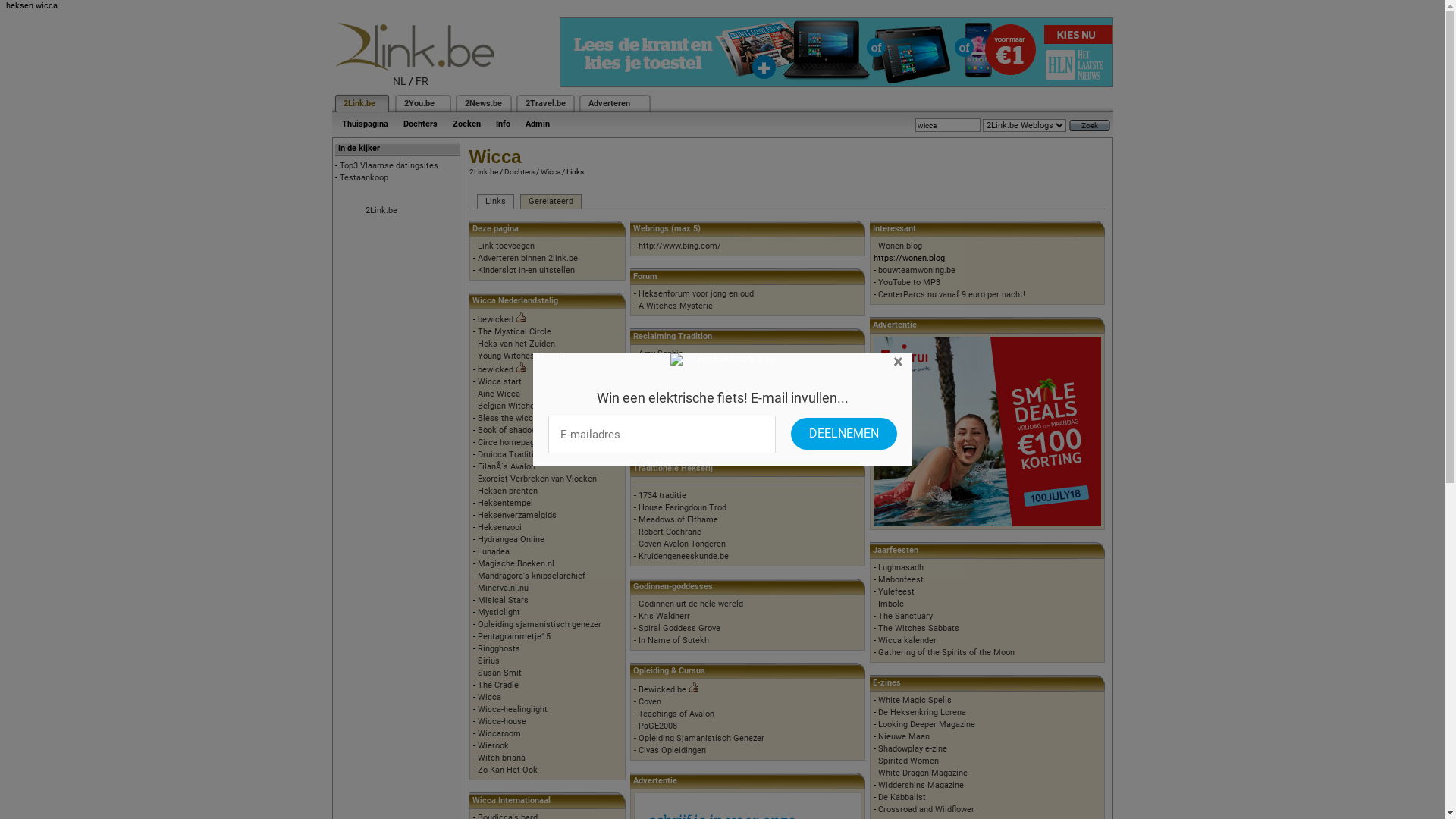 Image resolution: width=1456 pixels, height=819 pixels. I want to click on 'Gathering of the Spirits of the Moon', so click(946, 651).